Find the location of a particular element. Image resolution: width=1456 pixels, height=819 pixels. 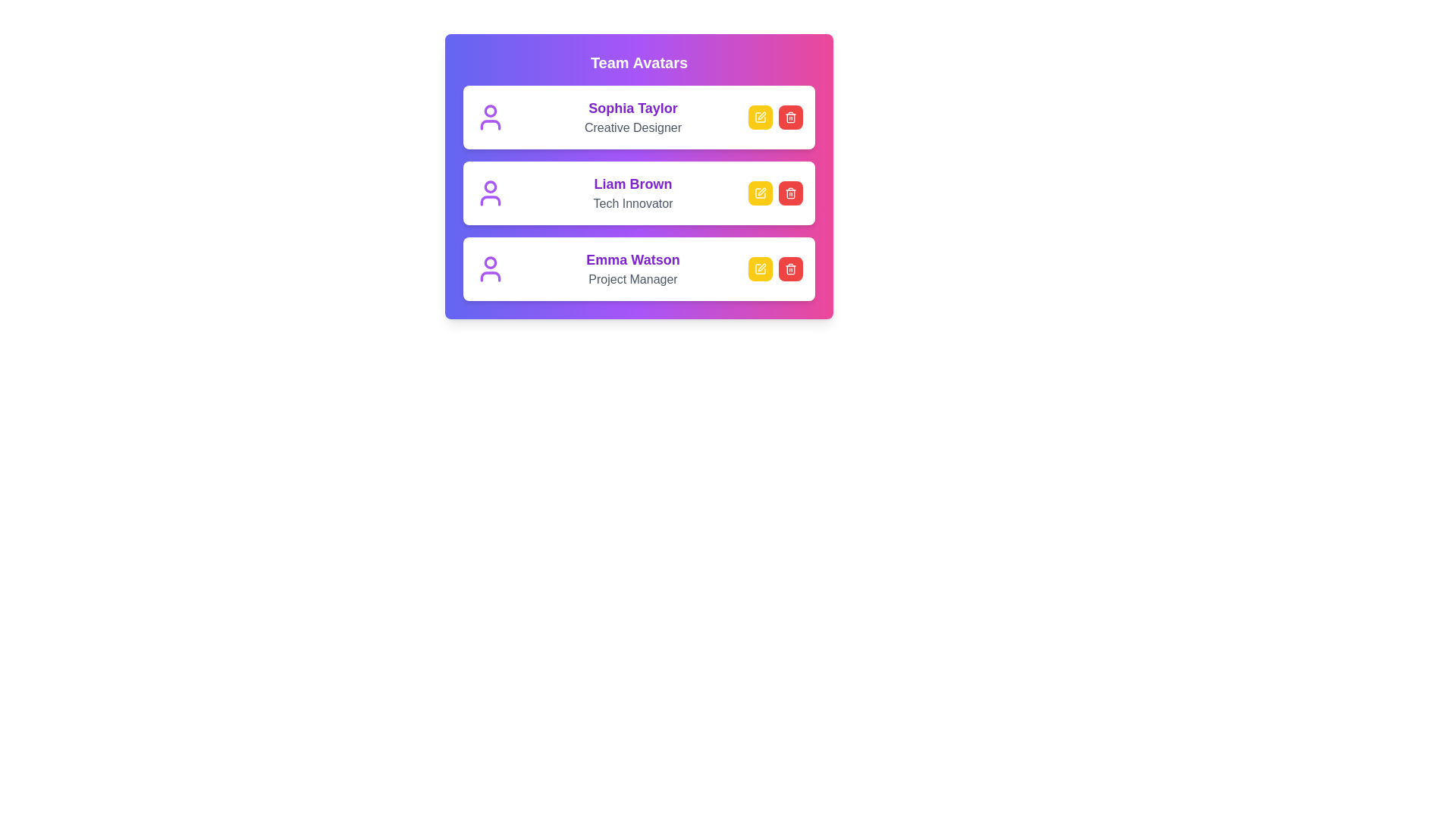

the purple circular graphical representation within the user avatar icon for 'Emma Watson - Project Manager' located in the third row of the team member list is located at coordinates (491, 262).